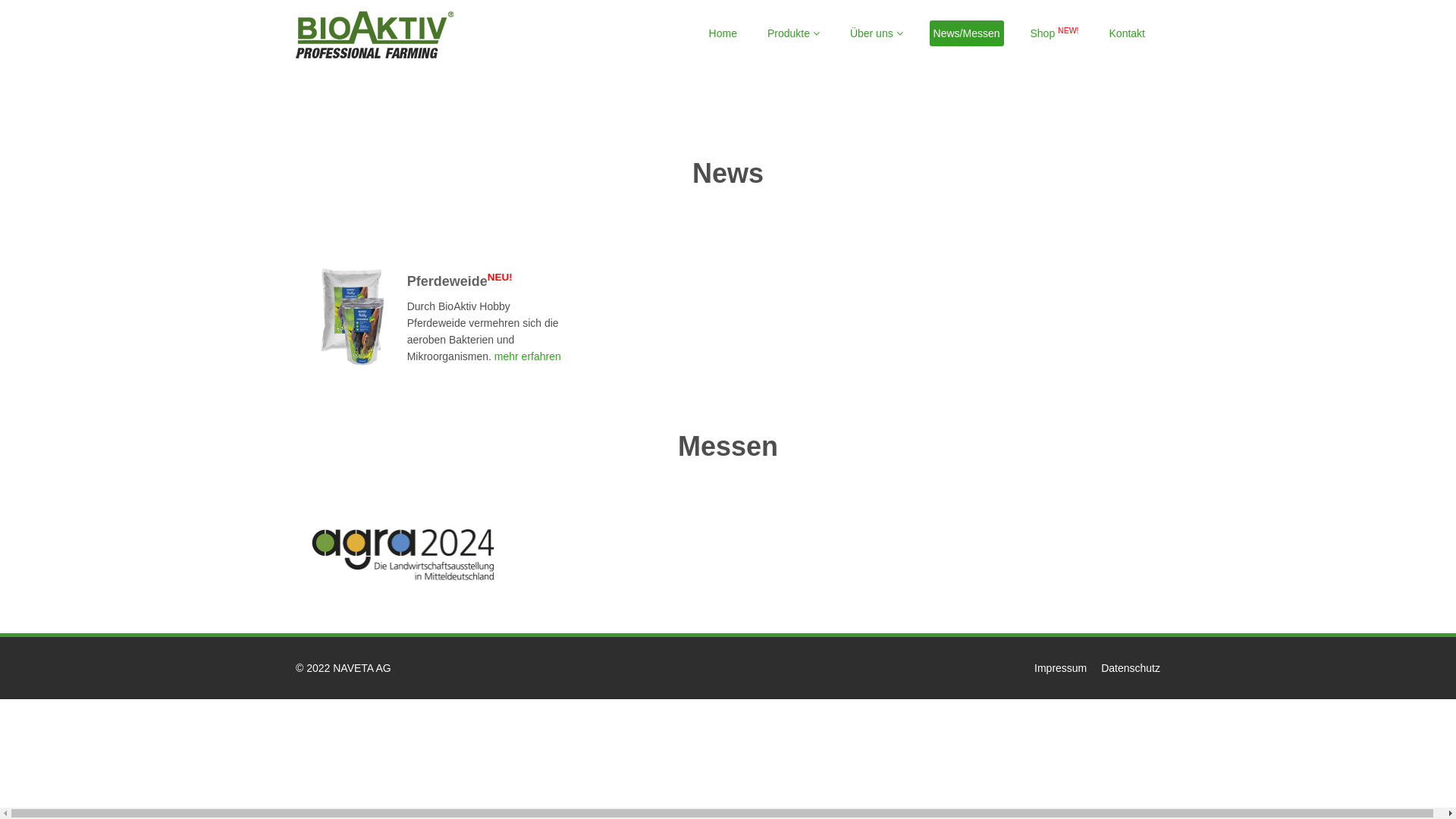  What do you see at coordinates (526, 356) in the screenshot?
I see `'mehr erfahren'` at bounding box center [526, 356].